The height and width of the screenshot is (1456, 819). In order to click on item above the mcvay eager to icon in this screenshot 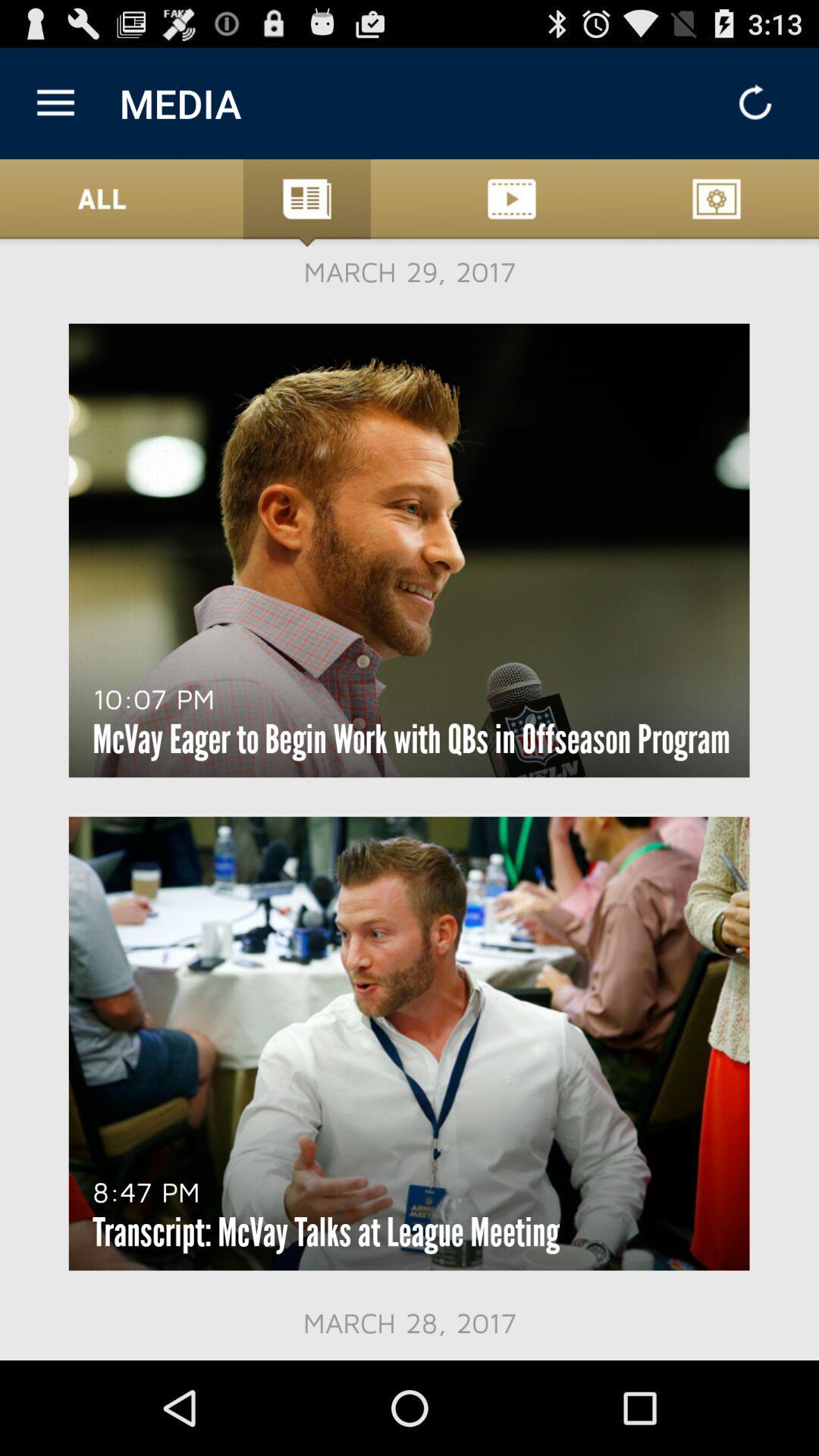, I will do `click(153, 698)`.